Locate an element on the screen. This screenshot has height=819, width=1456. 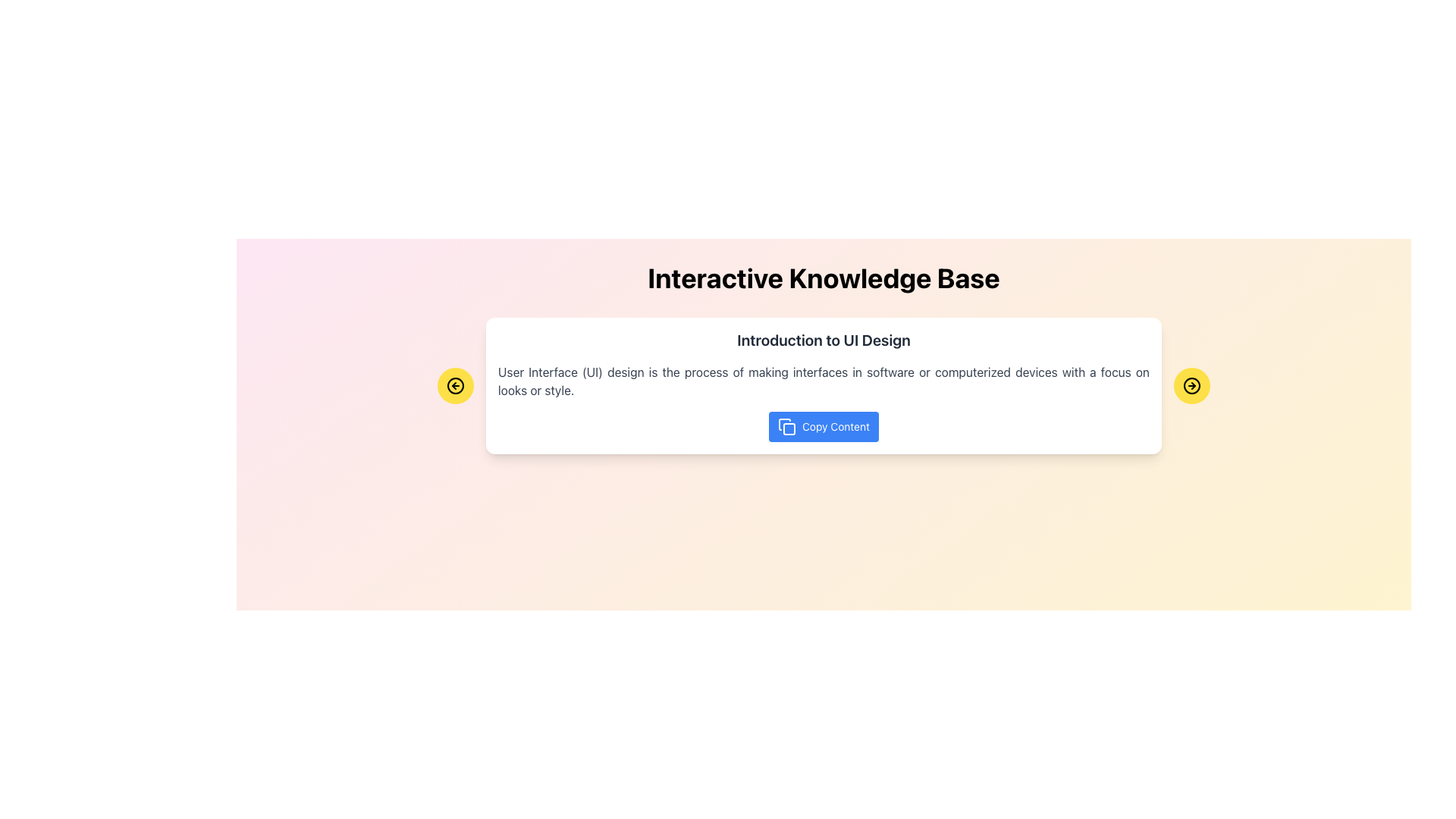
the circular navigation button located to the right of the 'Introduction to UI Design' box is located at coordinates (1191, 385).